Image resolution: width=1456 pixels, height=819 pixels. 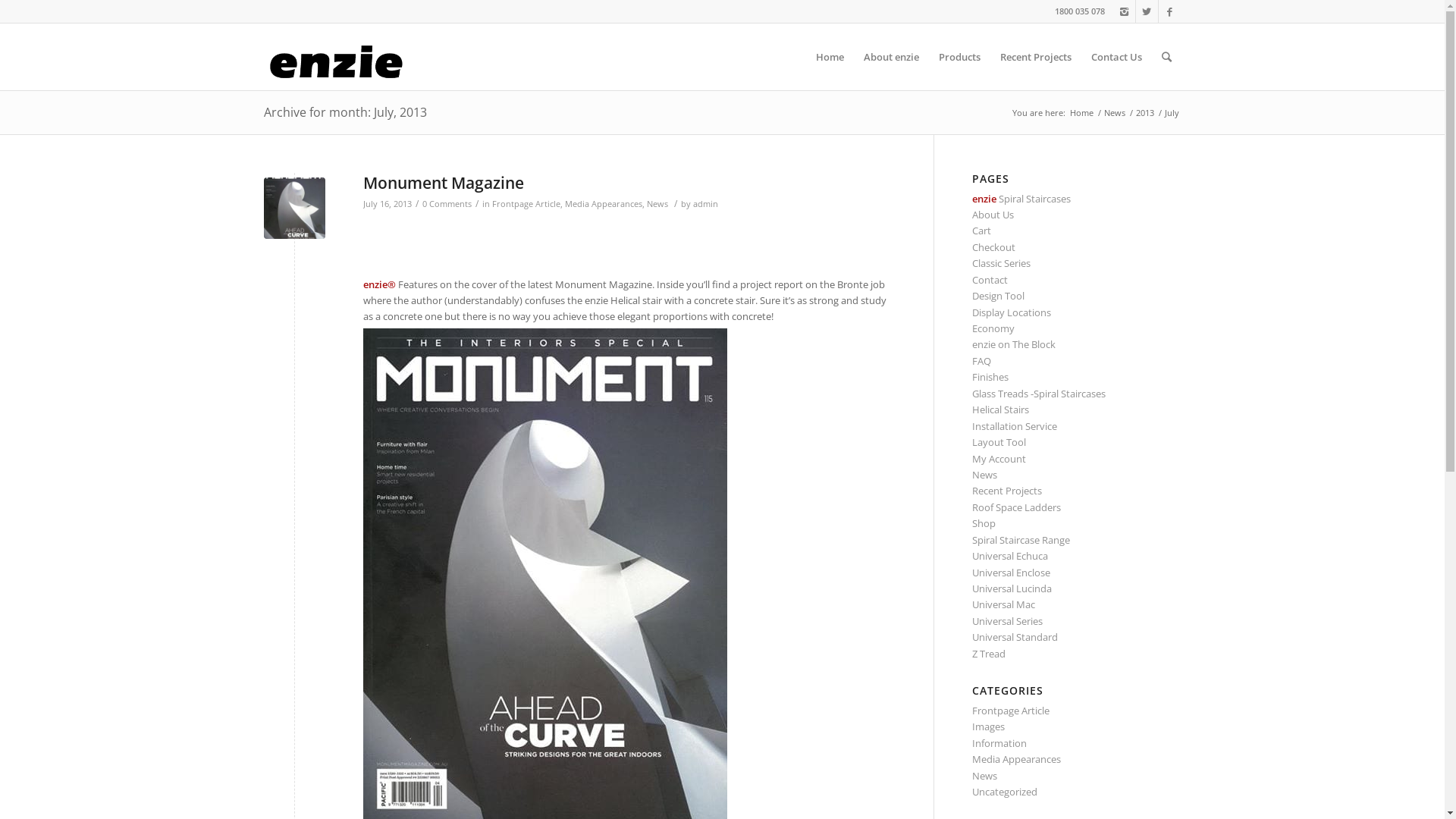 I want to click on 'Roof Space Ladders', so click(x=1016, y=507).